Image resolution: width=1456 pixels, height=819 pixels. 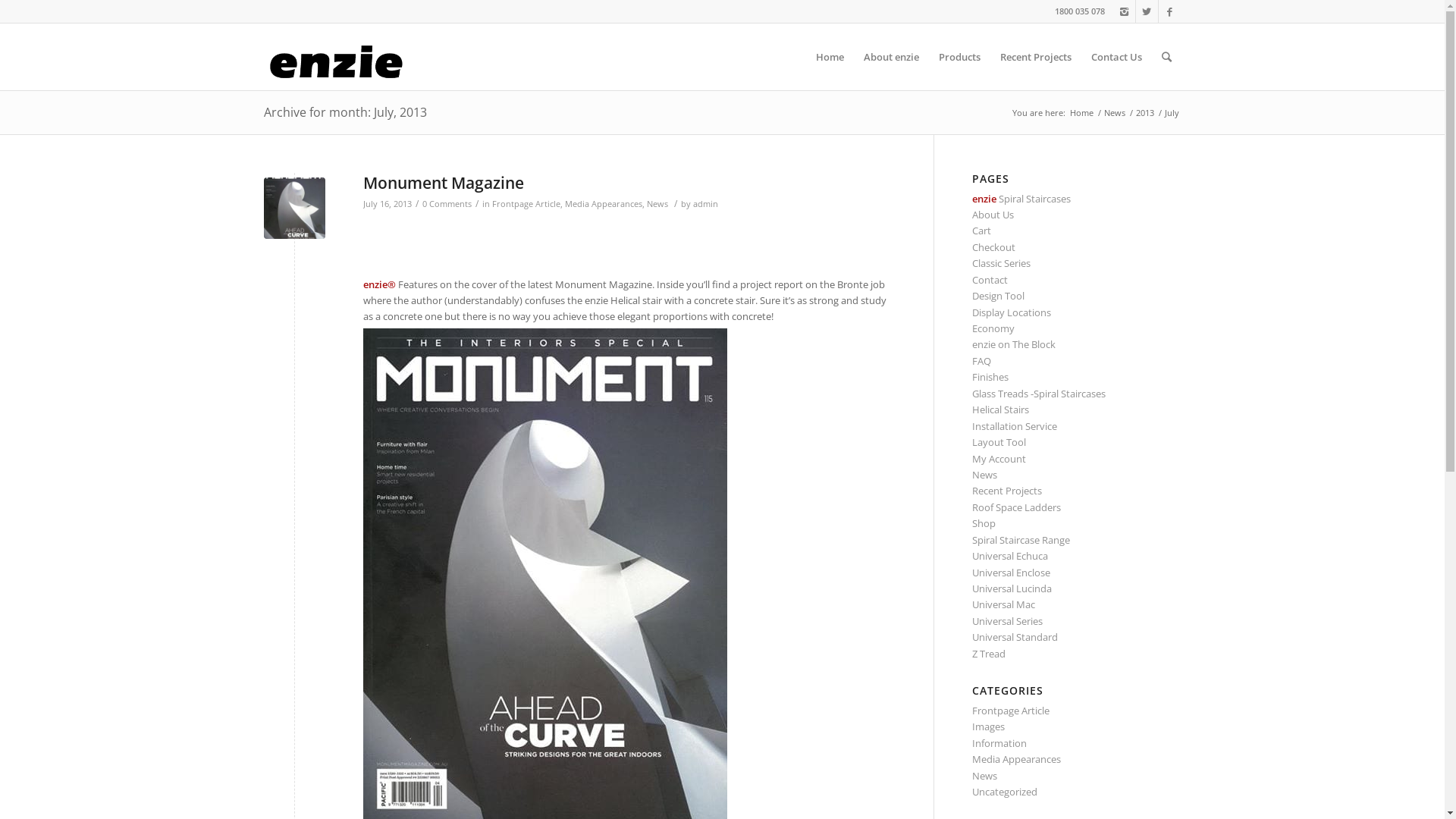 I want to click on 'Roof Space Ladders', so click(x=1016, y=507).